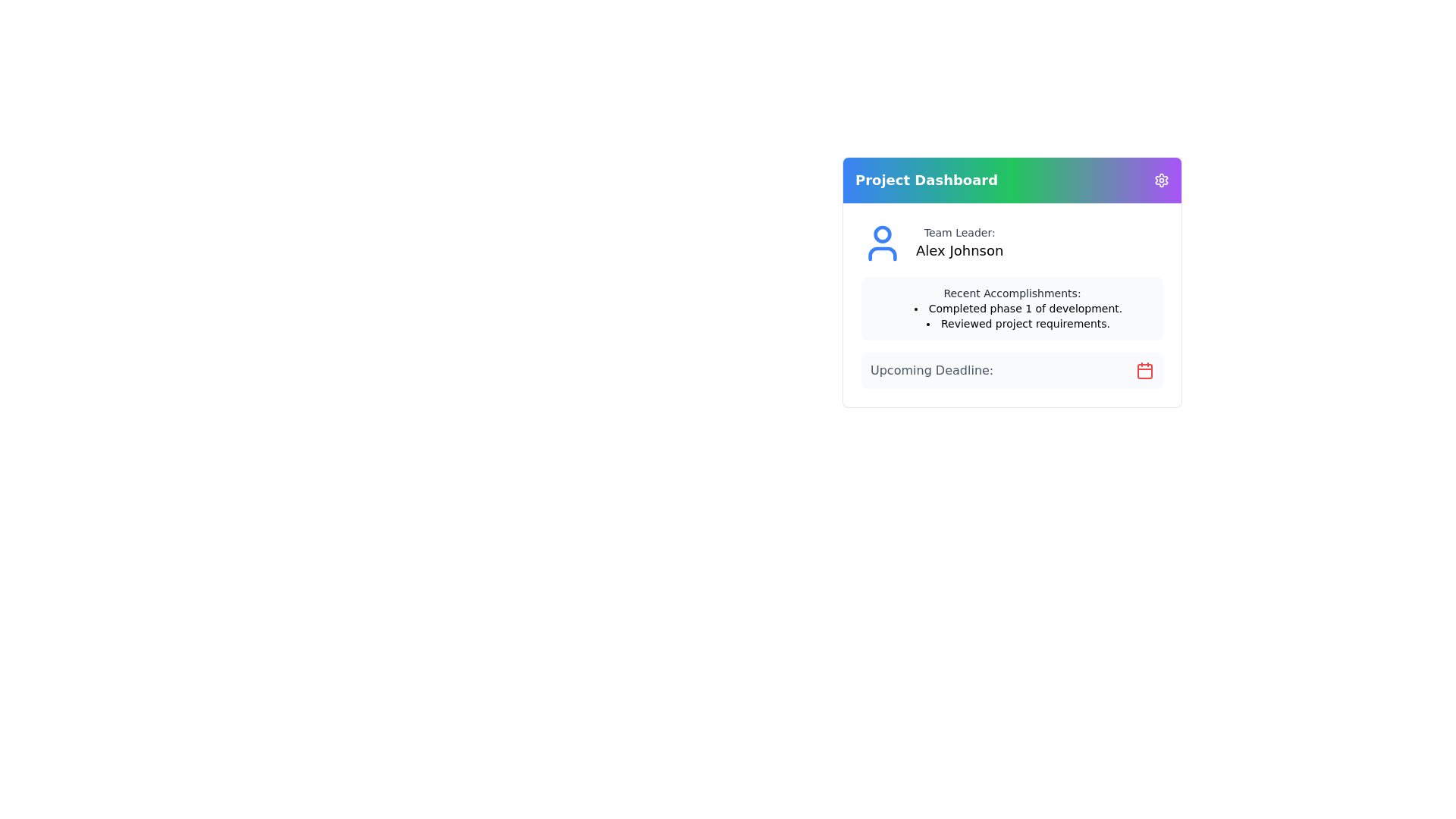  Describe the element at coordinates (1012, 308) in the screenshot. I see `the Informational Section titled 'Recent Accomplishments:' which contains a bulleted list of achievements, located in the middle segment of the 'Project Dashboard' card` at that location.